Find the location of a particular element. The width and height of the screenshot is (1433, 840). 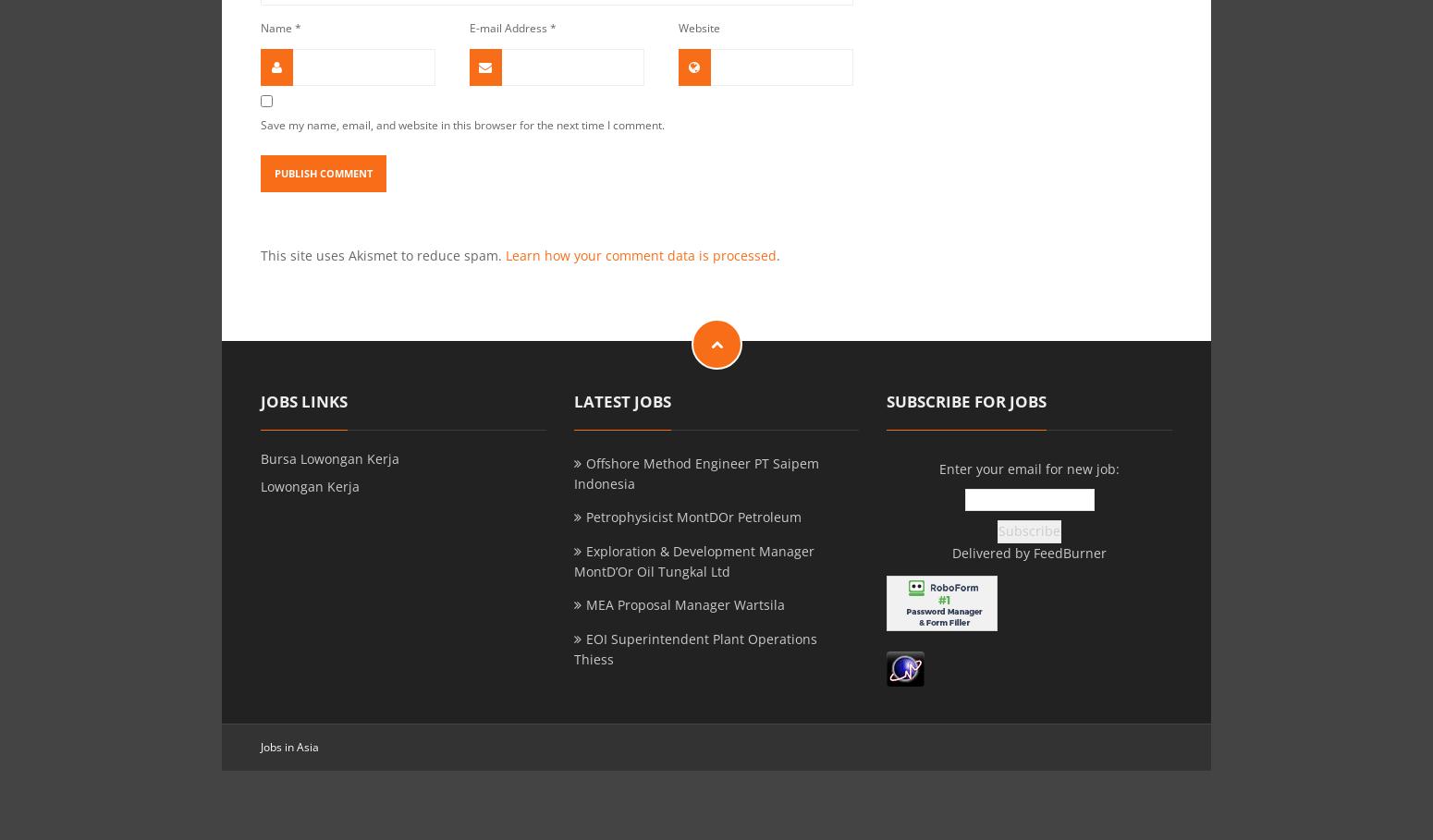

'MEA Proposal Manager Wartsila' is located at coordinates (684, 603).